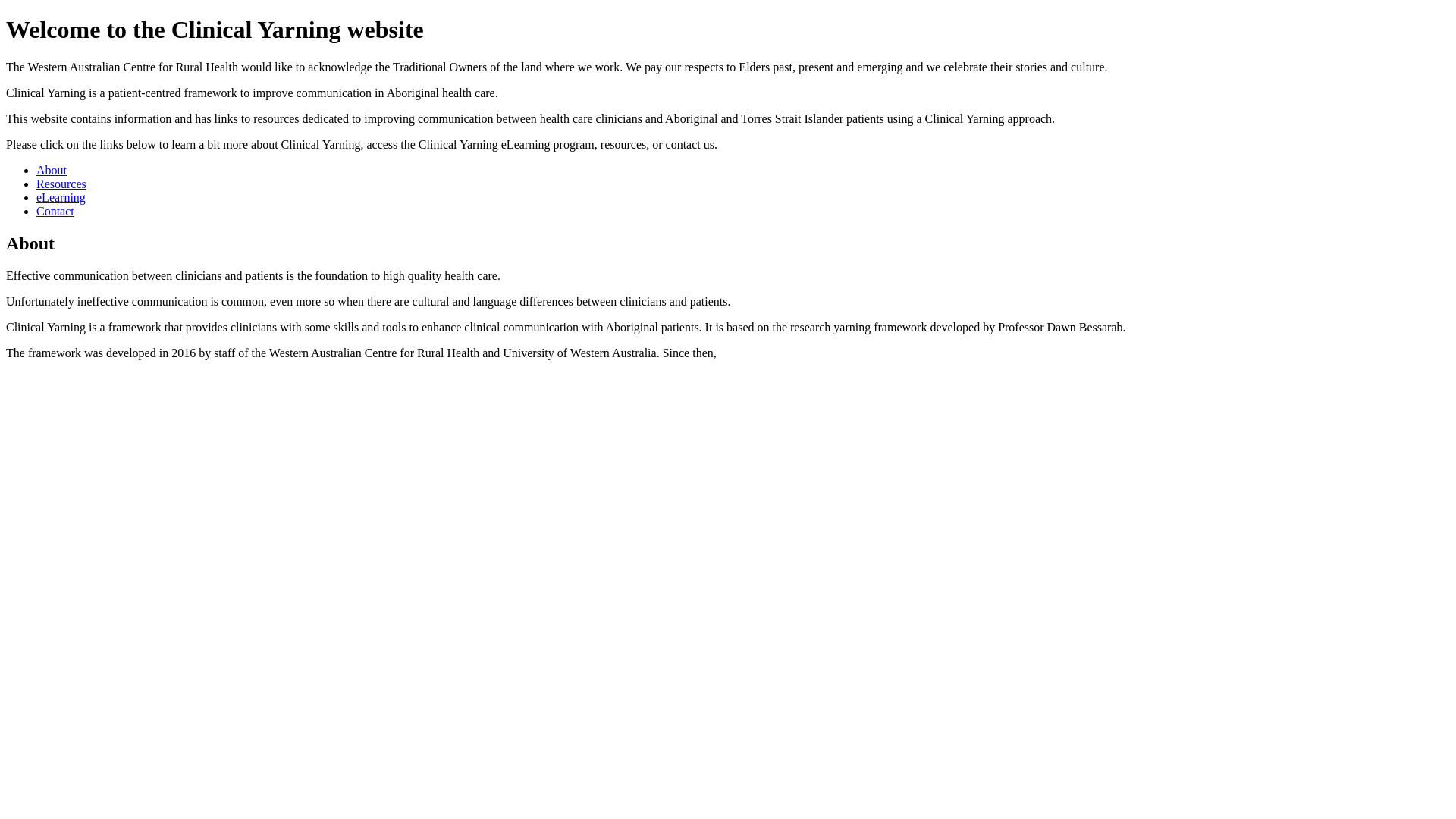  Describe the element at coordinates (51, 170) in the screenshot. I see `'About'` at that location.